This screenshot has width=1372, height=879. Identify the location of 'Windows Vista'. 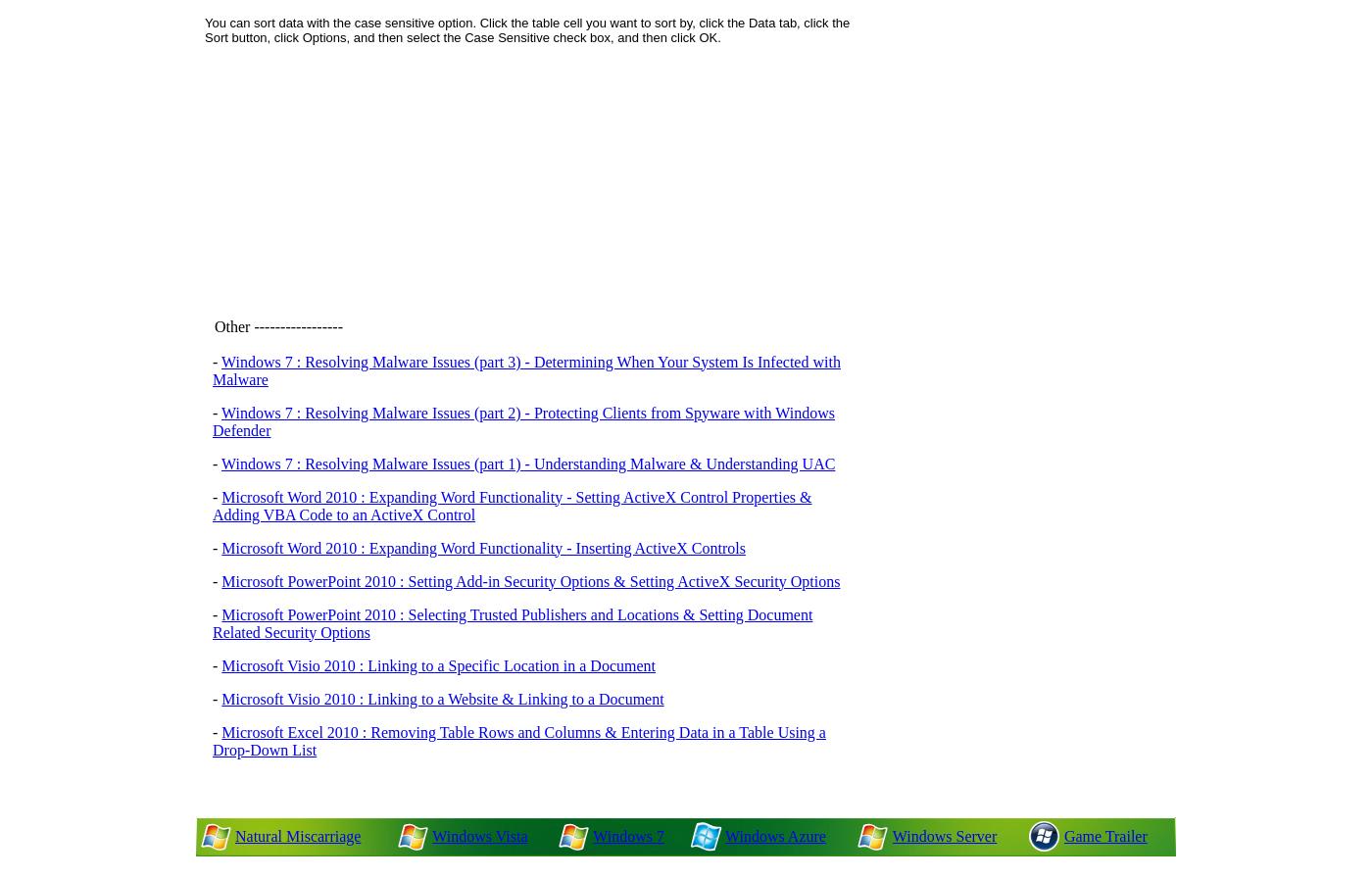
(432, 835).